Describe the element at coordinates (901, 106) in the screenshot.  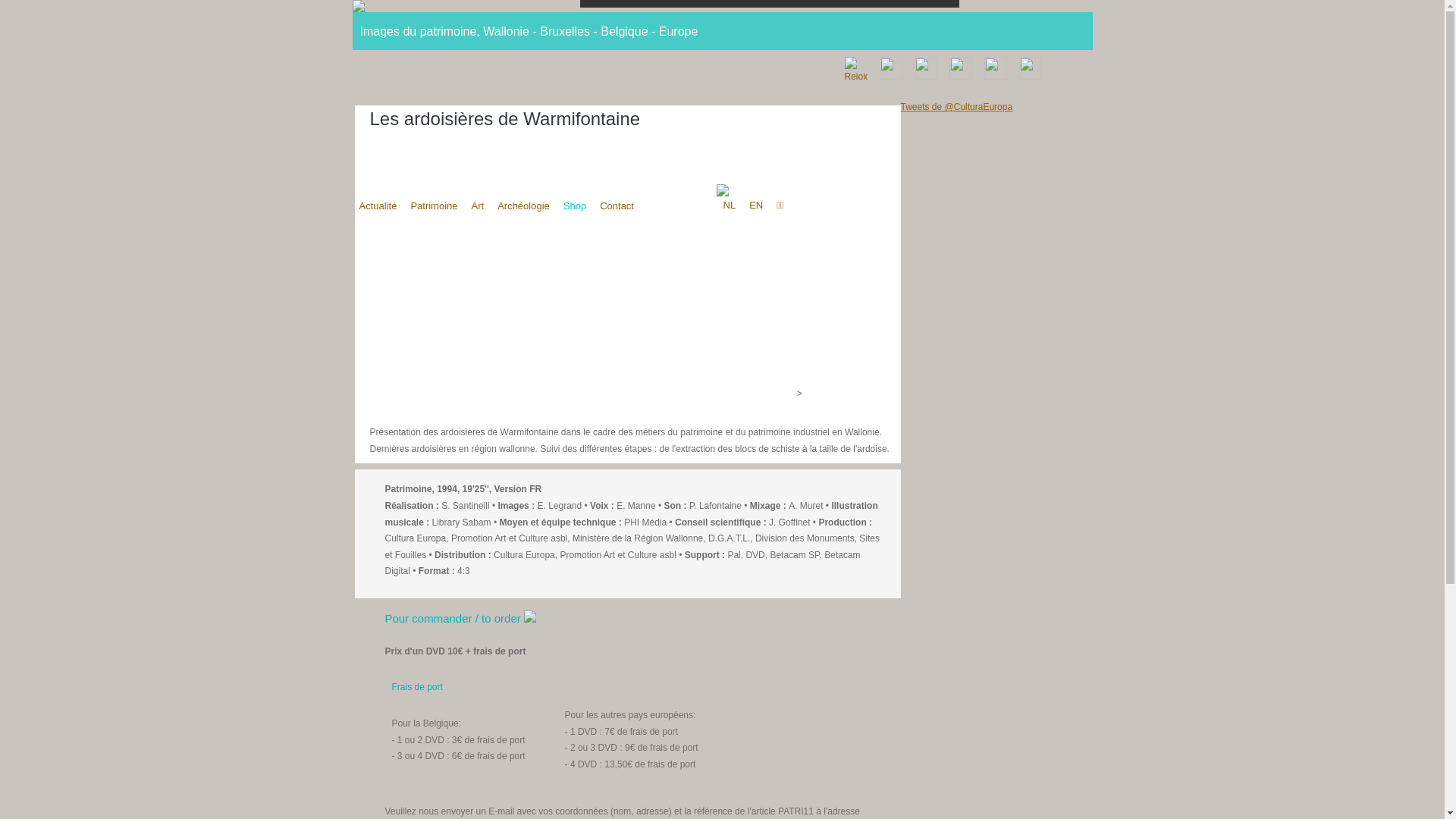
I see `'Tweets de @CulturaEuropa'` at that location.